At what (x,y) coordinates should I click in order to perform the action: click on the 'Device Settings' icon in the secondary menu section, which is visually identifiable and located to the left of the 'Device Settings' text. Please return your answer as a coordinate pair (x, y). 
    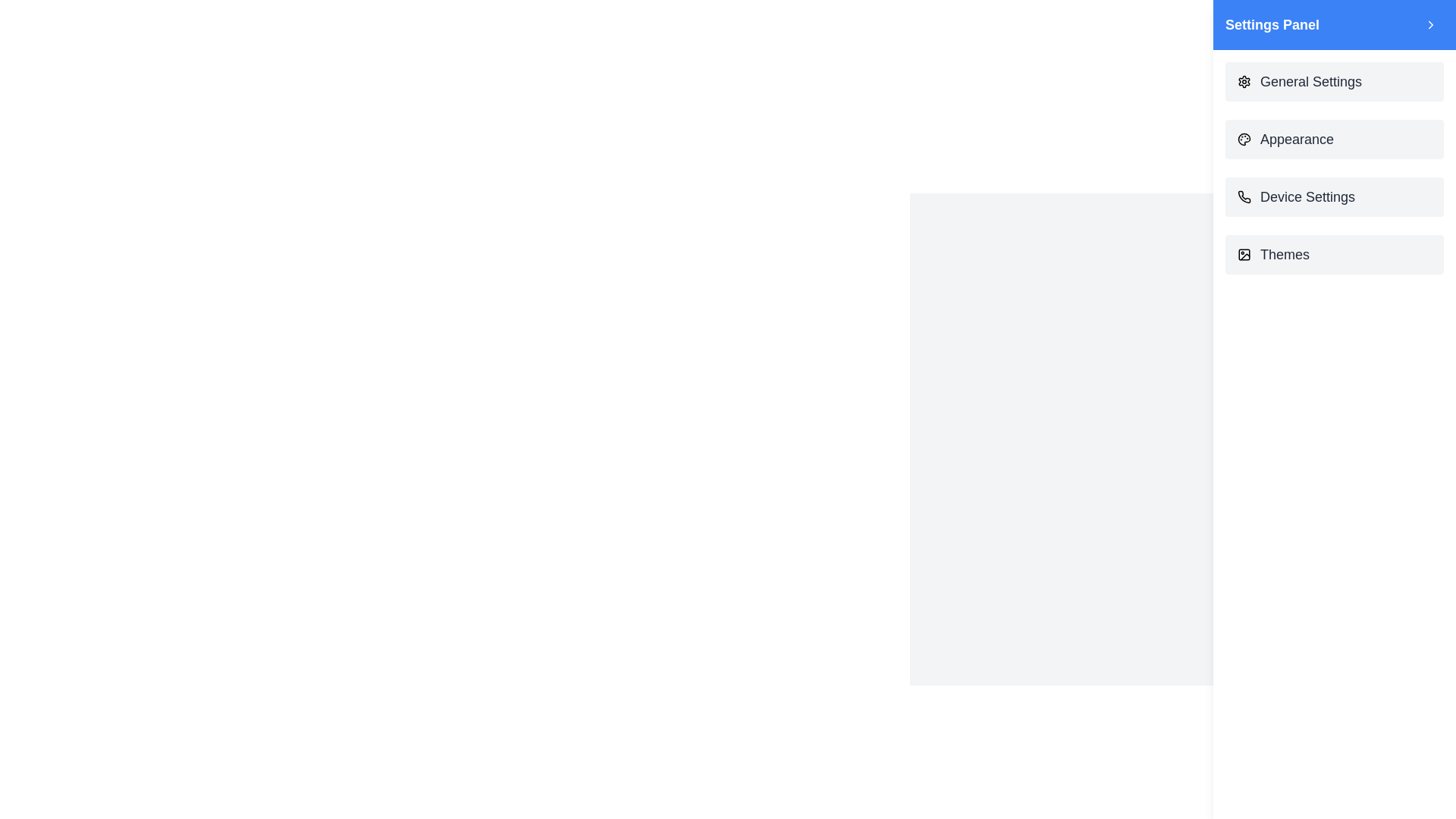
    Looking at the image, I should click on (1244, 196).